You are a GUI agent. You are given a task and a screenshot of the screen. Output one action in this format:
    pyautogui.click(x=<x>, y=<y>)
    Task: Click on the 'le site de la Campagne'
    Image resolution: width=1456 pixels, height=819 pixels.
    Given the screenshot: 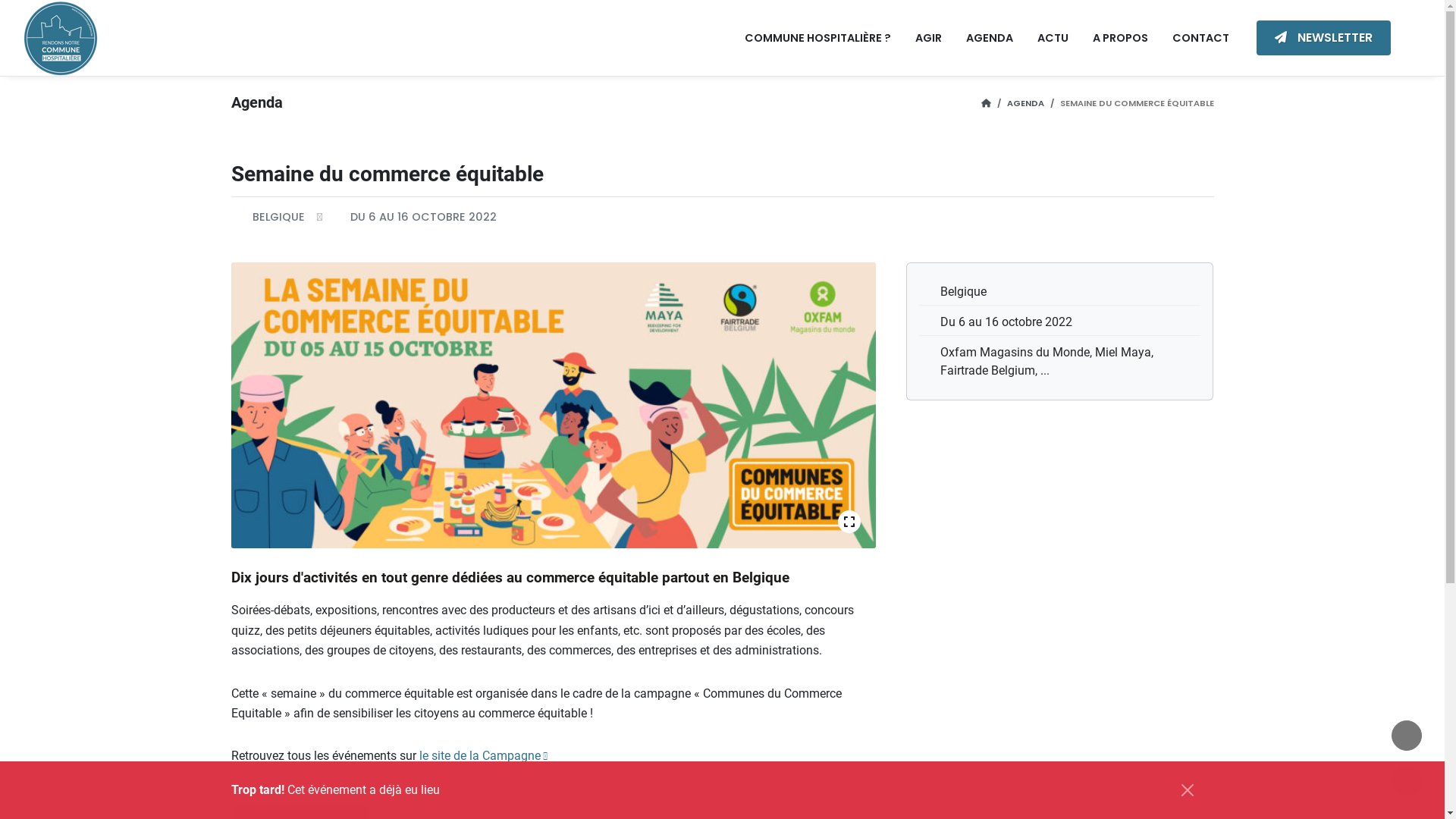 What is the action you would take?
    pyautogui.click(x=482, y=755)
    